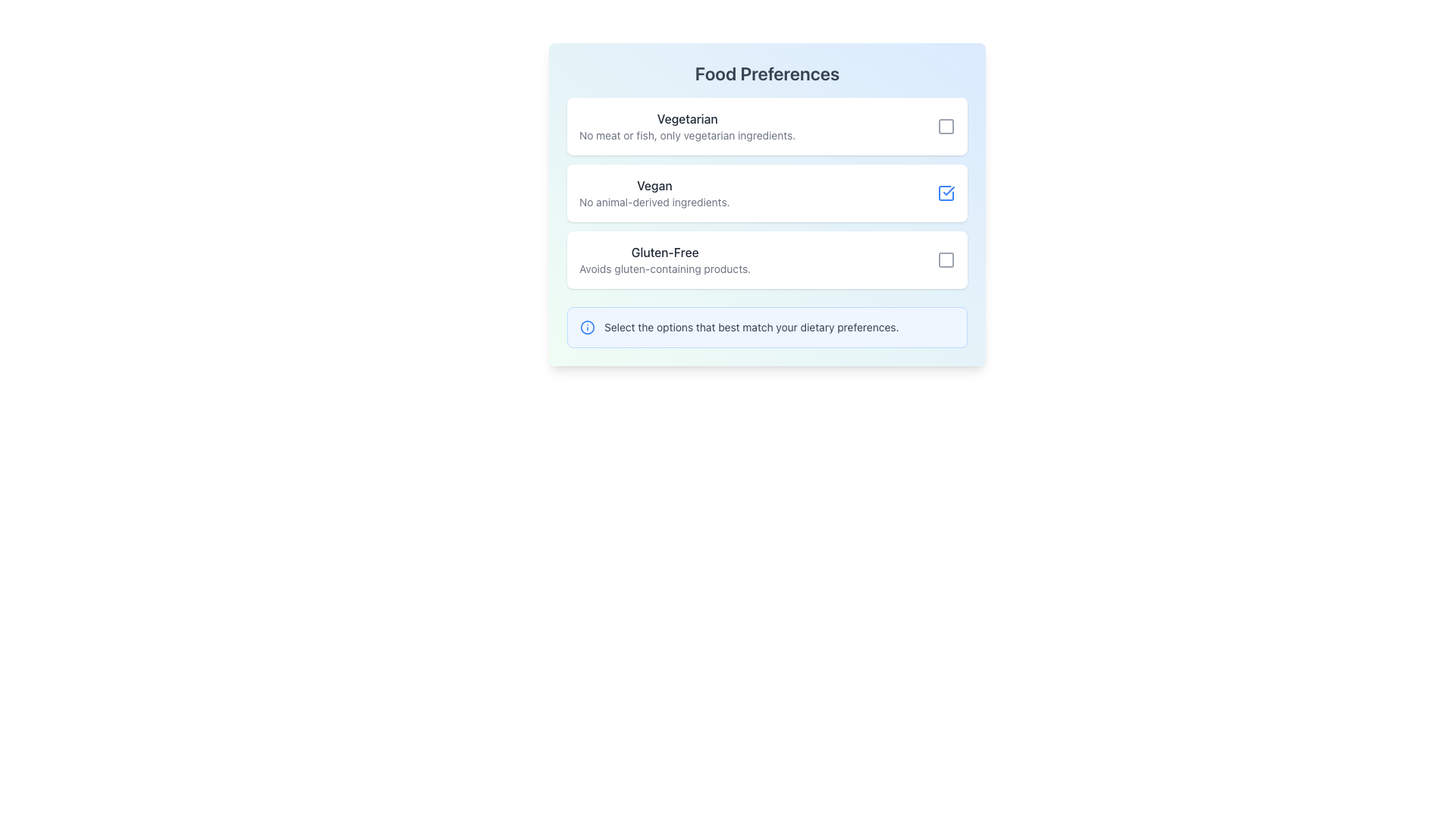  What do you see at coordinates (665, 259) in the screenshot?
I see `the 'Gluten-Free' dietary preference text display located in the third entry of the vertically stacked list, positioned between 'Vegan' and additional information` at bounding box center [665, 259].